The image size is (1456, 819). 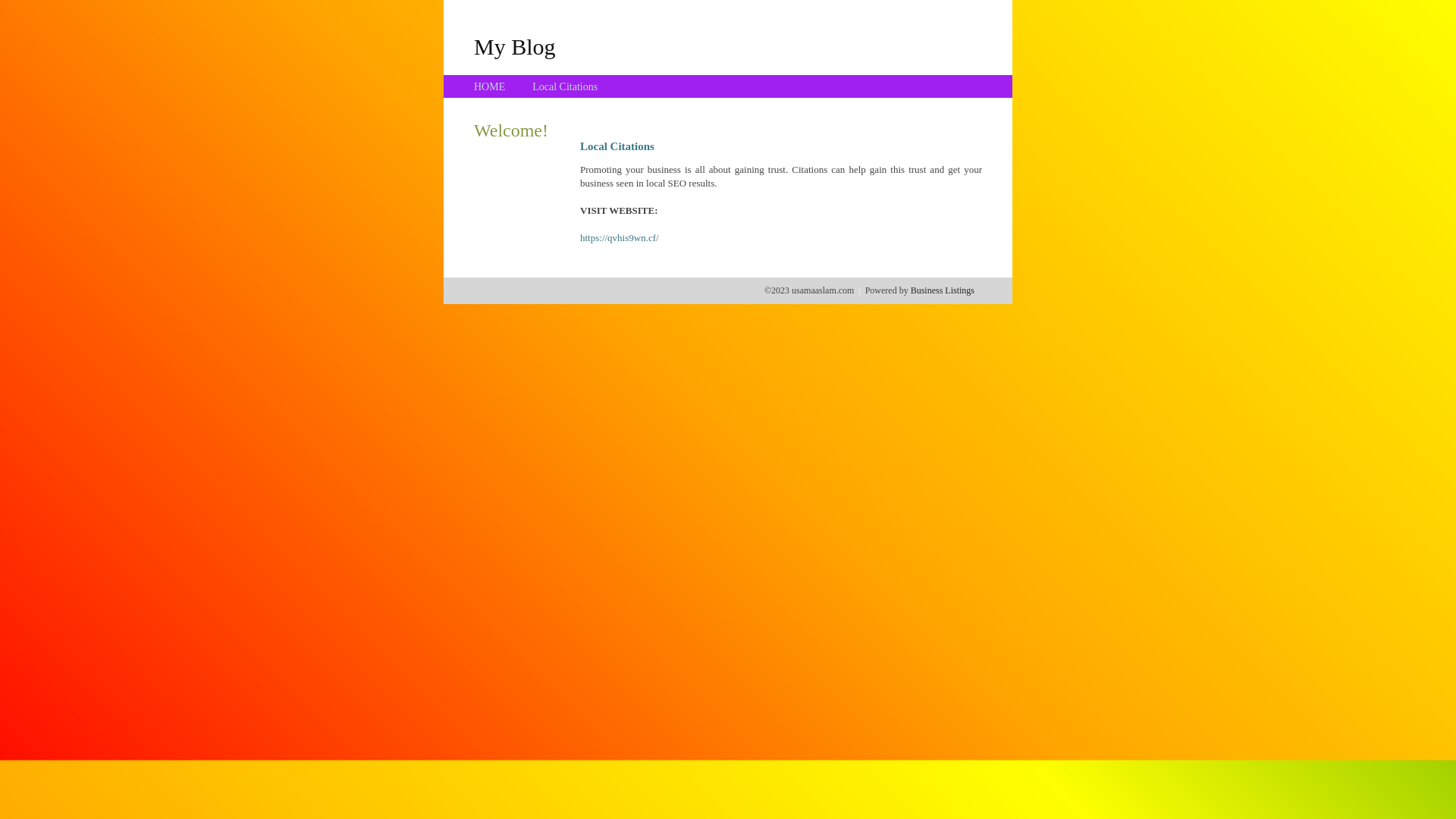 I want to click on 'Local Citations', so click(x=563, y=86).